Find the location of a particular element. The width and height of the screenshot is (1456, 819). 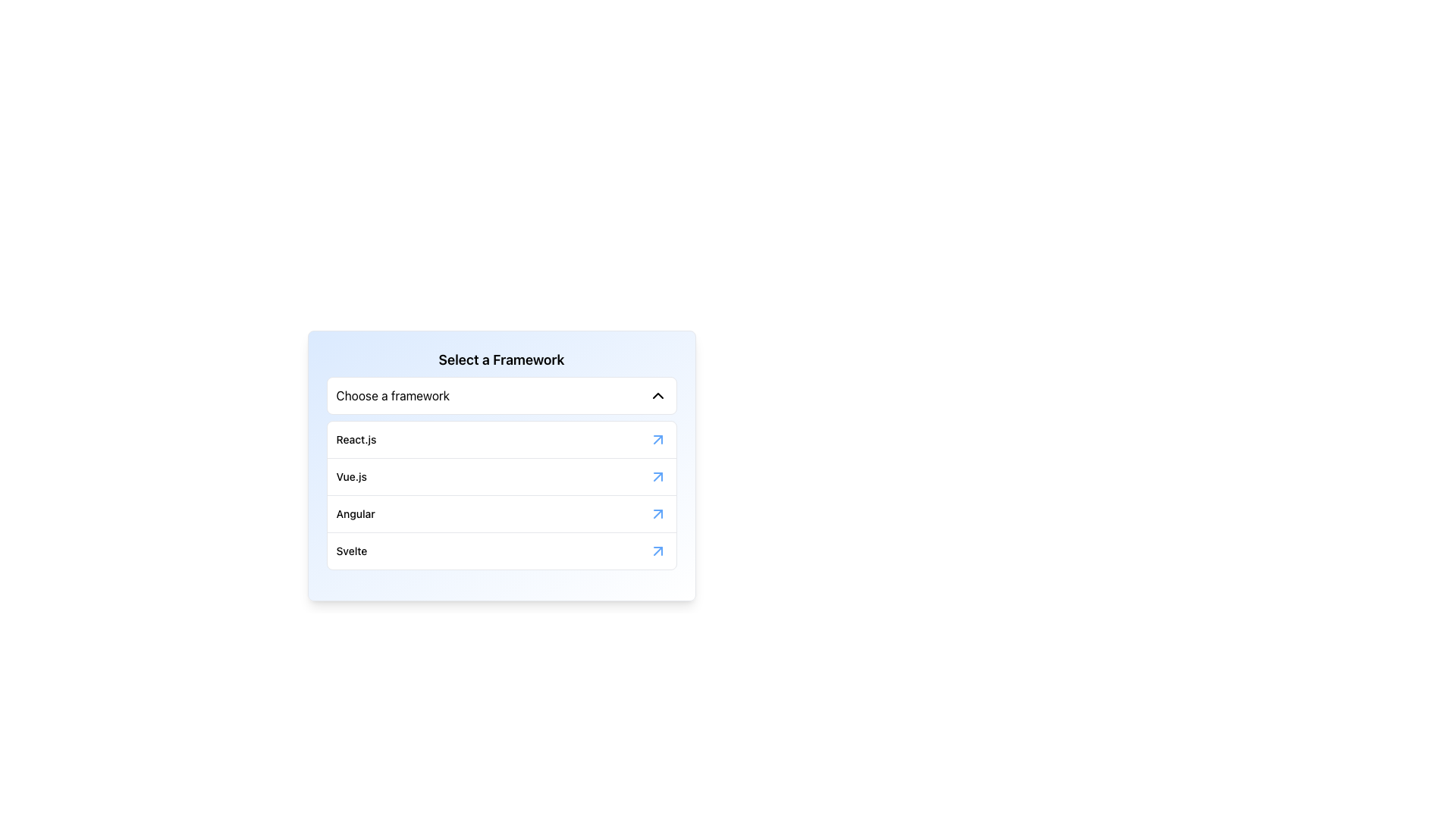

the highlighted option 'Vue.js' in the dropdown menu labeled 'Choose a framework' within the panel titled 'Select a Framework' is located at coordinates (501, 465).